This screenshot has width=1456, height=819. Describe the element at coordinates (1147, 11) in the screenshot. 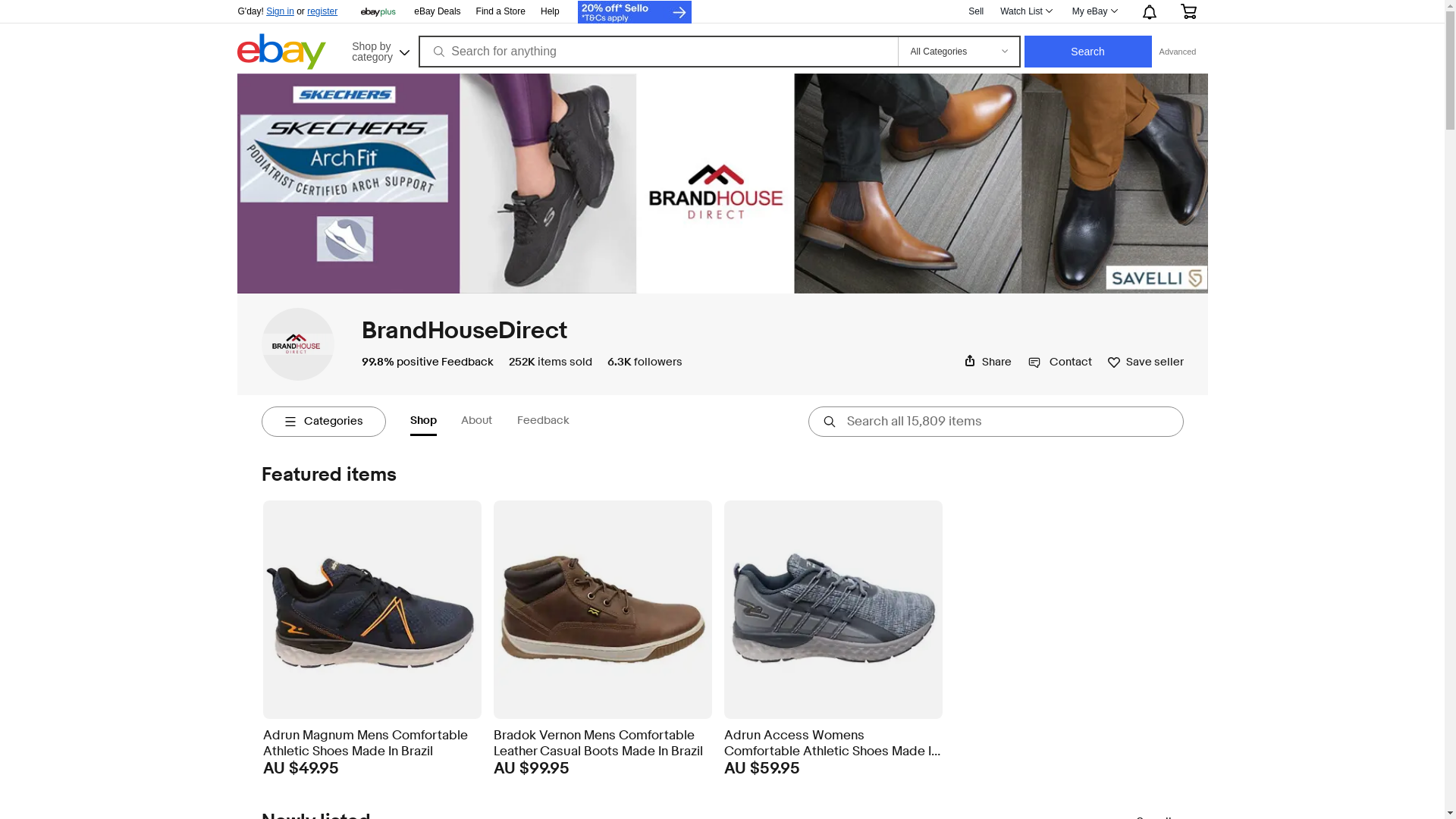

I see `'Notification'` at that location.